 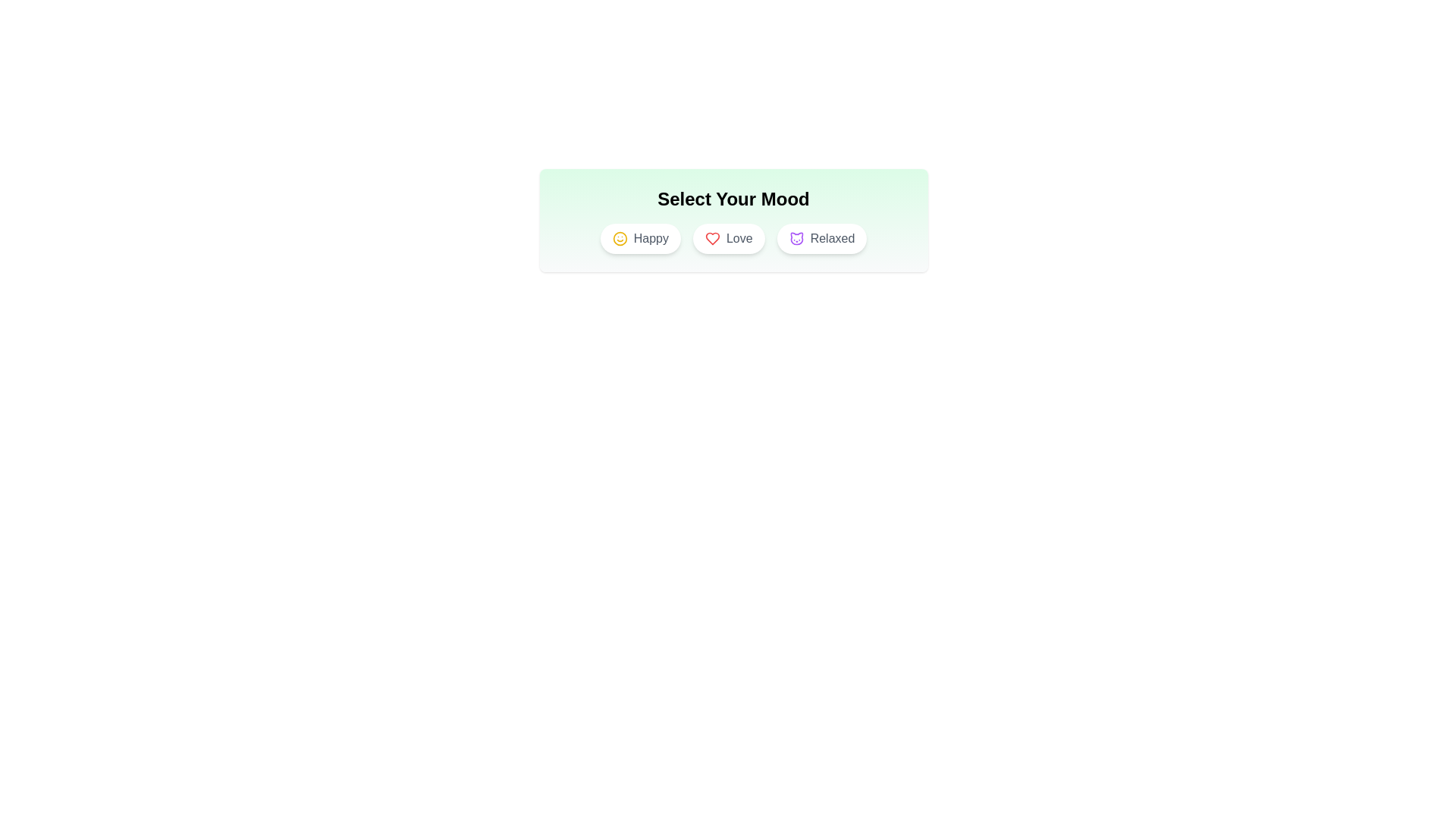 What do you see at coordinates (729, 239) in the screenshot?
I see `the 'Love' mood option to toggle its state` at bounding box center [729, 239].